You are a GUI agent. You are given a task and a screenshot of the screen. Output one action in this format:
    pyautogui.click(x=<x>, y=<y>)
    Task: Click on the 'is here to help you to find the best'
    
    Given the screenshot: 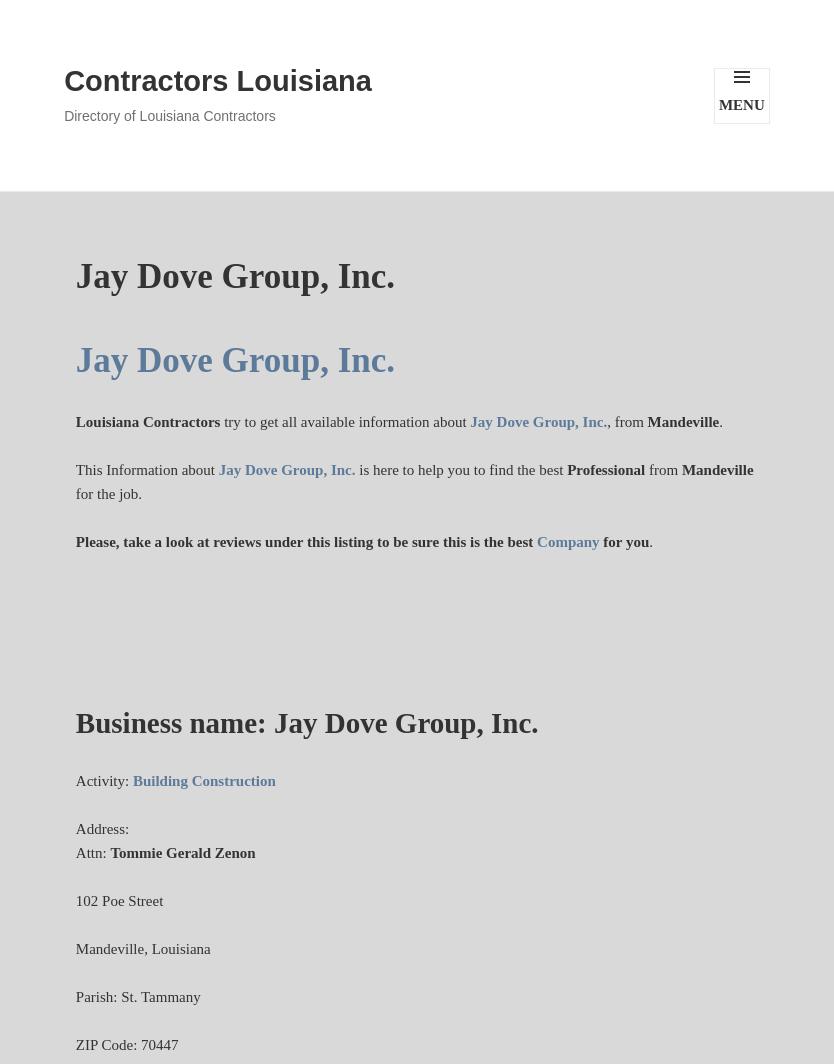 What is the action you would take?
    pyautogui.click(x=461, y=469)
    